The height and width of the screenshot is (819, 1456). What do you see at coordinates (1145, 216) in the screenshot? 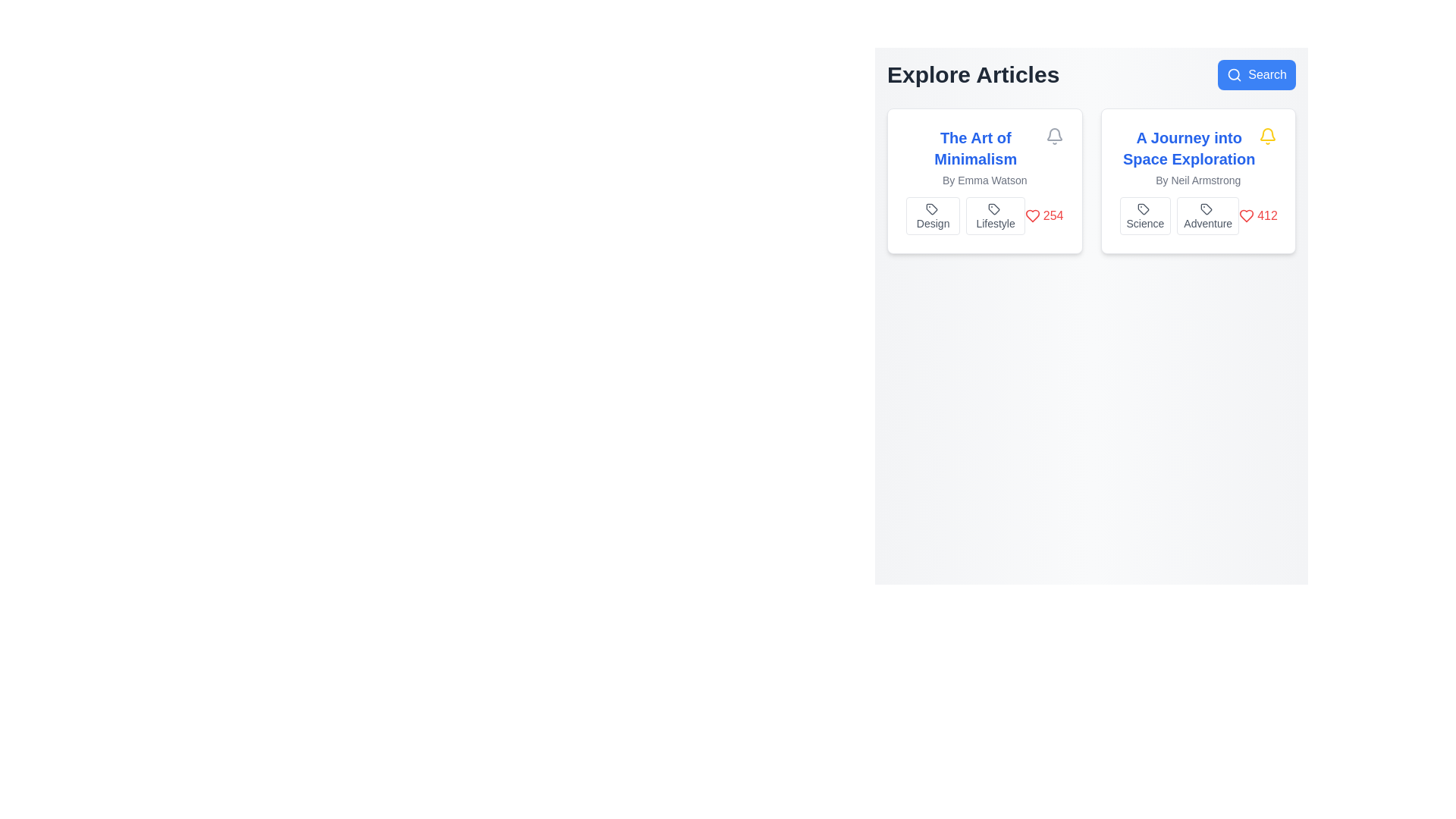
I see `the 'Science' label, which serves as a category tag for the article titled 'A Journey into Space Exploration.'` at bounding box center [1145, 216].